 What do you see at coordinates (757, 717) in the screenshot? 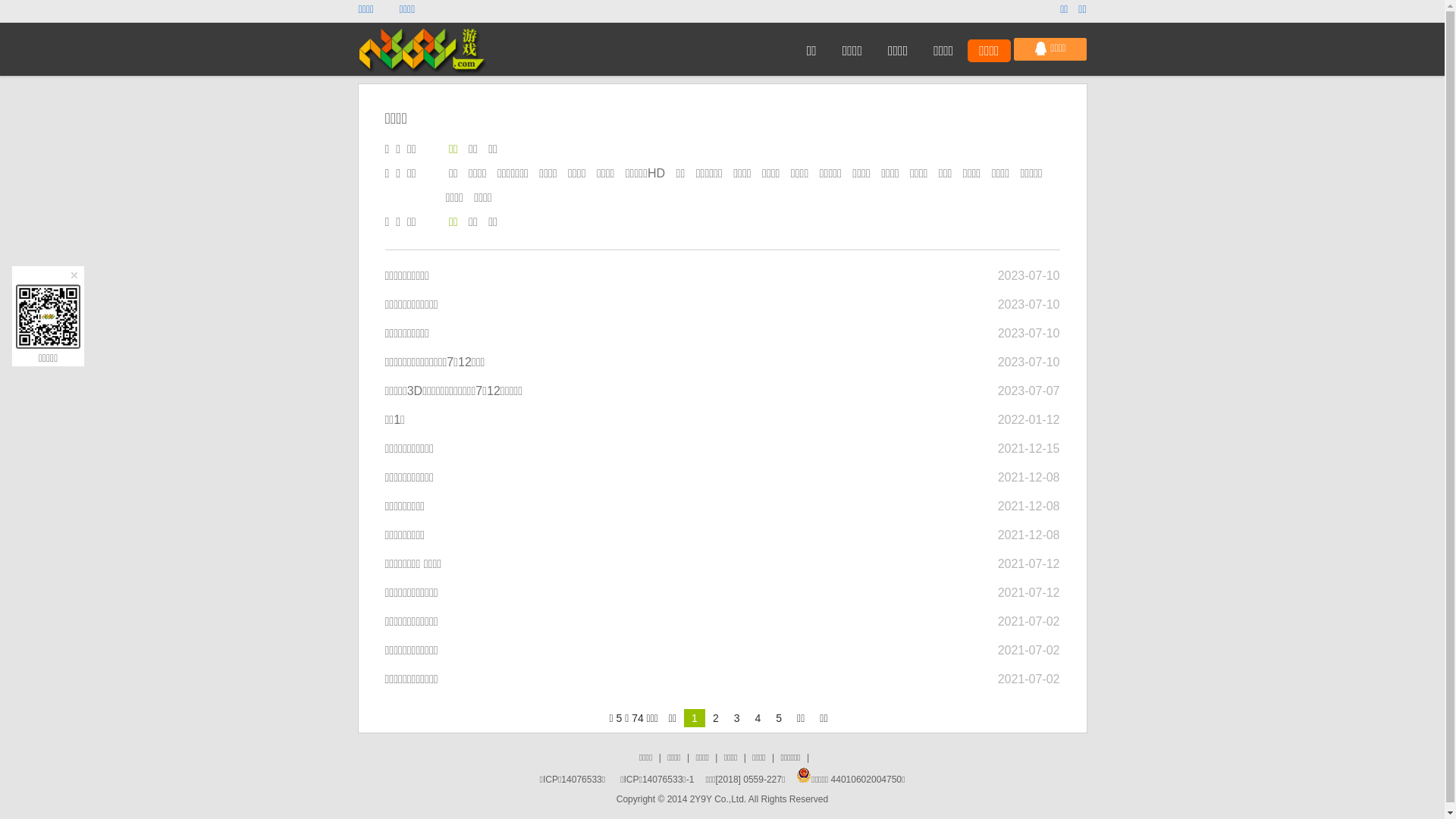
I see `'4'` at bounding box center [757, 717].